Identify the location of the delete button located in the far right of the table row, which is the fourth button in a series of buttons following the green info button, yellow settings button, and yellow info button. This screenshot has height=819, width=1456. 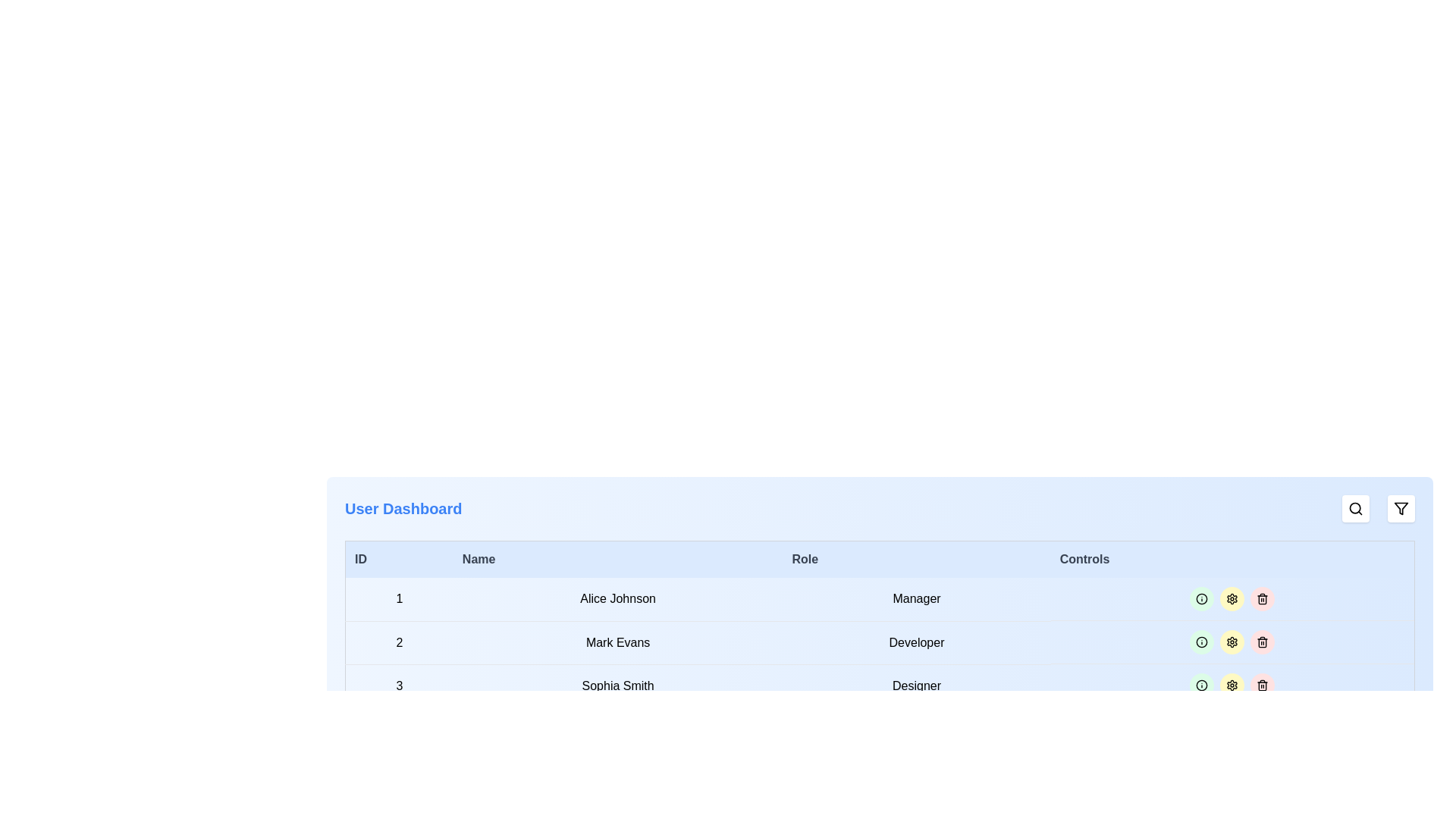
(1263, 598).